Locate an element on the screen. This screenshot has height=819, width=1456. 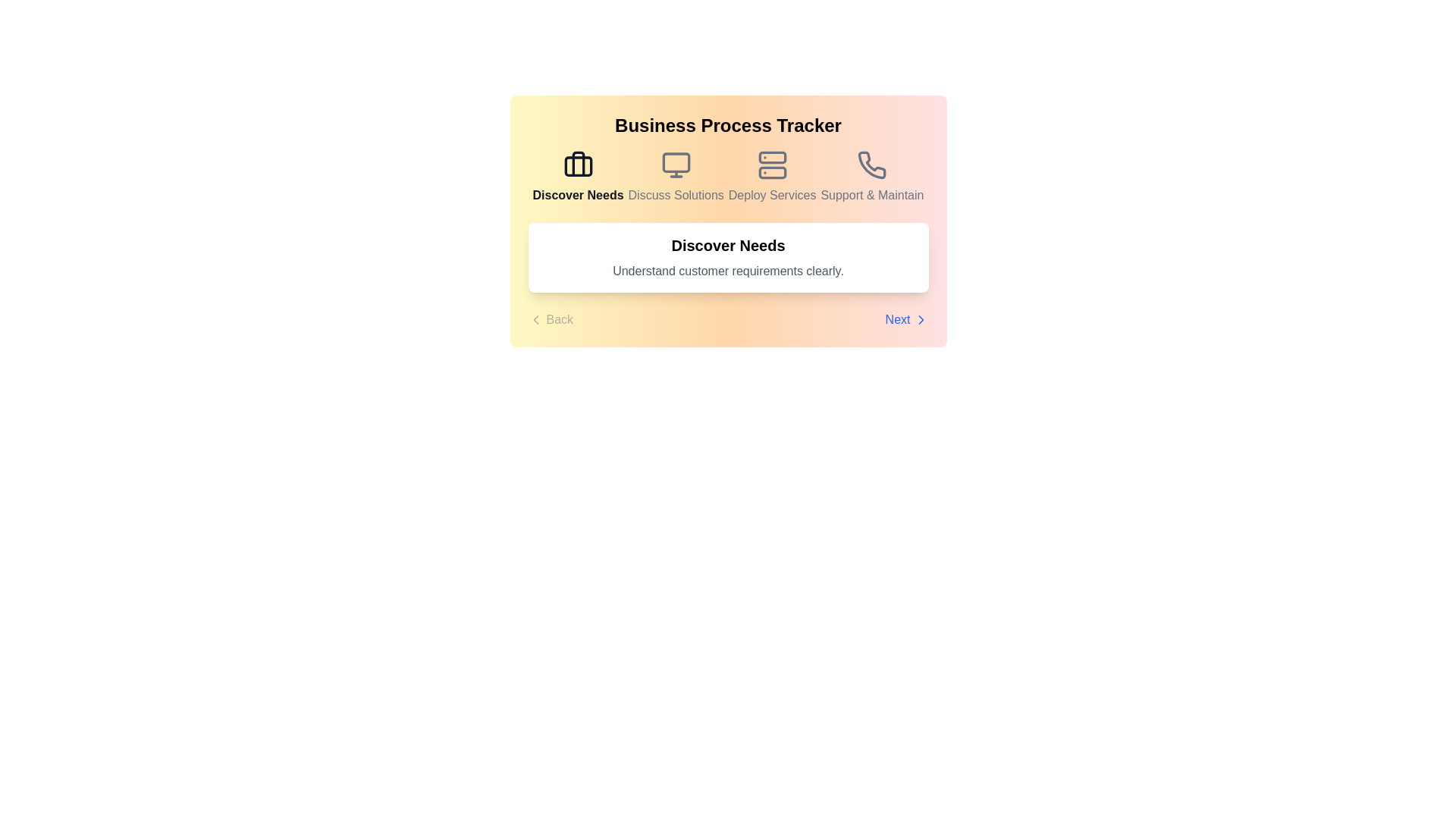
the step icon for Discover Needs is located at coordinates (577, 177).